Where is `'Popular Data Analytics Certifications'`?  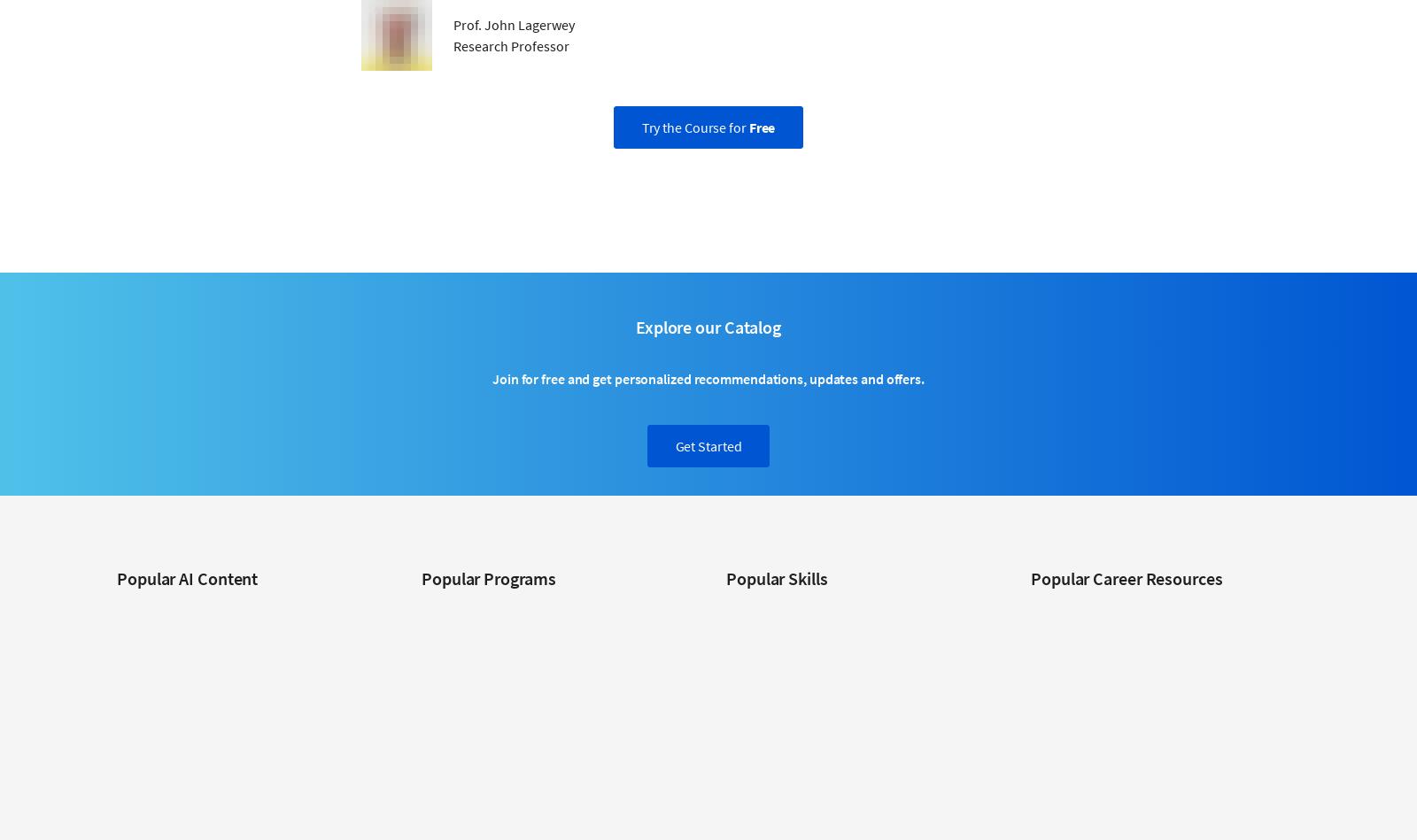
'Popular Data Analytics Certifications' is located at coordinates (1126, 821).